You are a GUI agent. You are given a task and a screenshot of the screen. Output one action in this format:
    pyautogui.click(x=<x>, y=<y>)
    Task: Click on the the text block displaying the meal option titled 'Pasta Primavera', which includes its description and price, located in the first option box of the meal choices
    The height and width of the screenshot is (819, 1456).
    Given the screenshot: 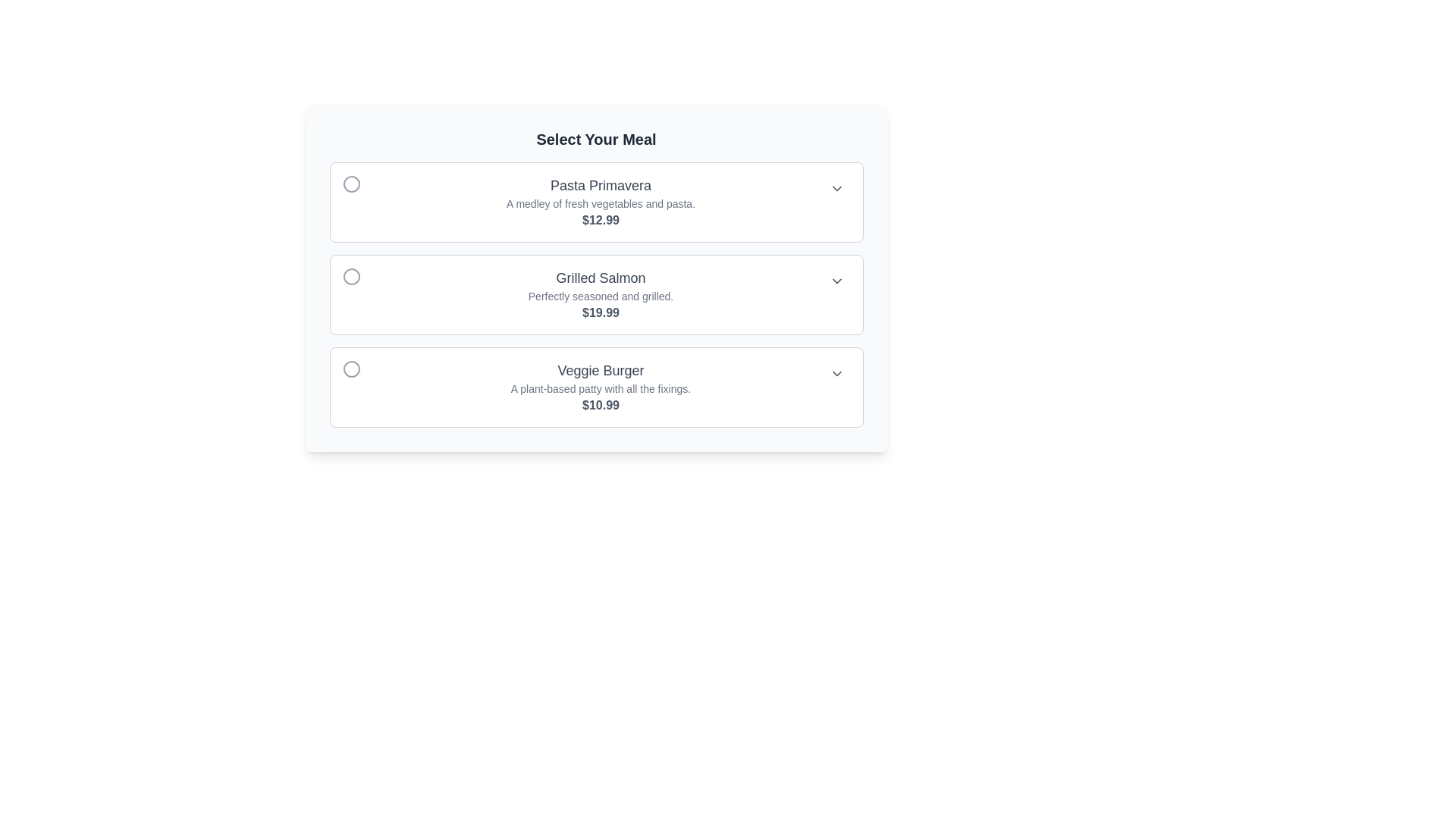 What is the action you would take?
    pyautogui.click(x=600, y=201)
    